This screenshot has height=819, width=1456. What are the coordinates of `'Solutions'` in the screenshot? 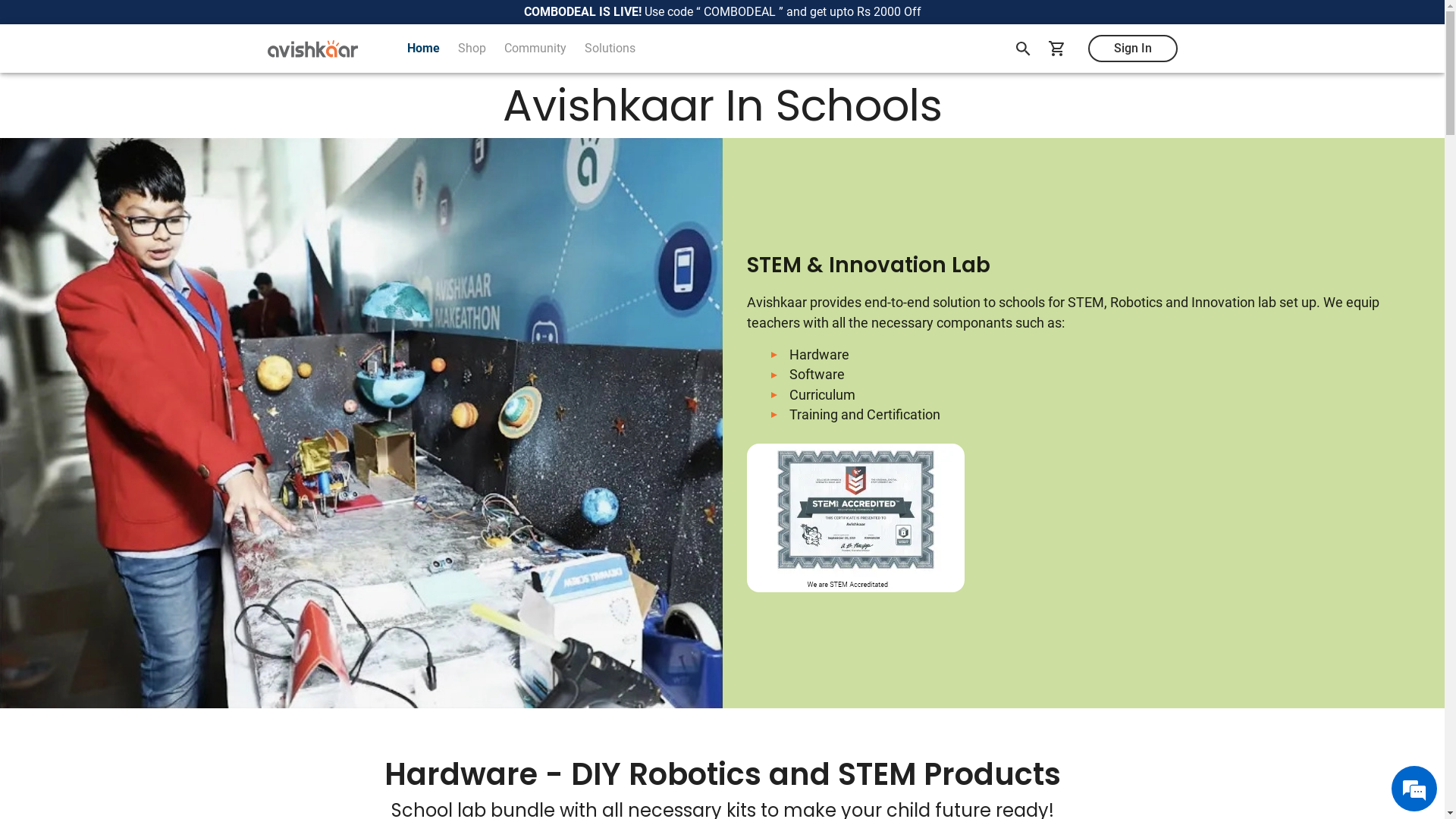 It's located at (609, 48).